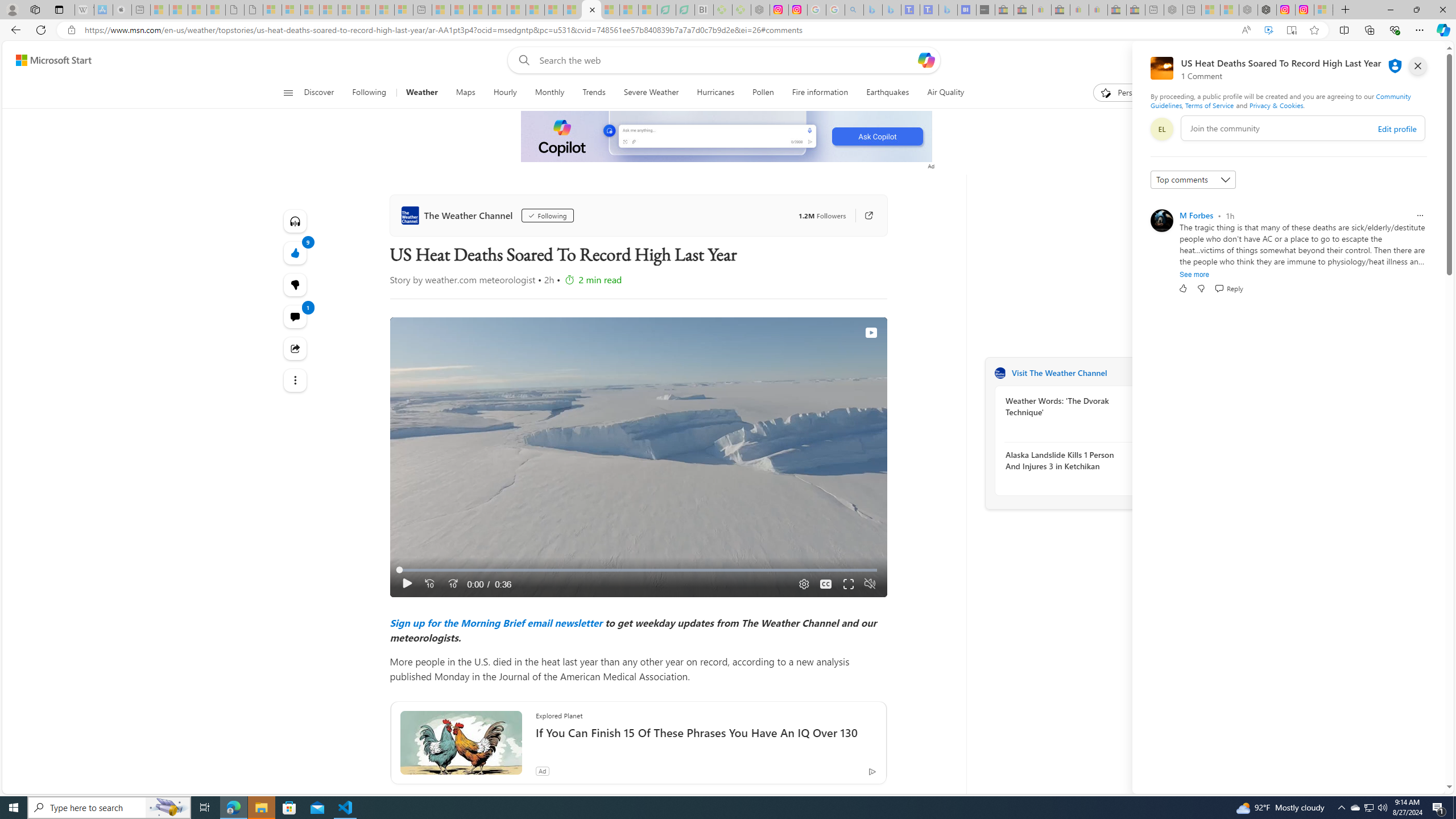 This screenshot has width=1456, height=819. Describe the element at coordinates (870, 332) in the screenshot. I see `'View on Watch'` at that location.